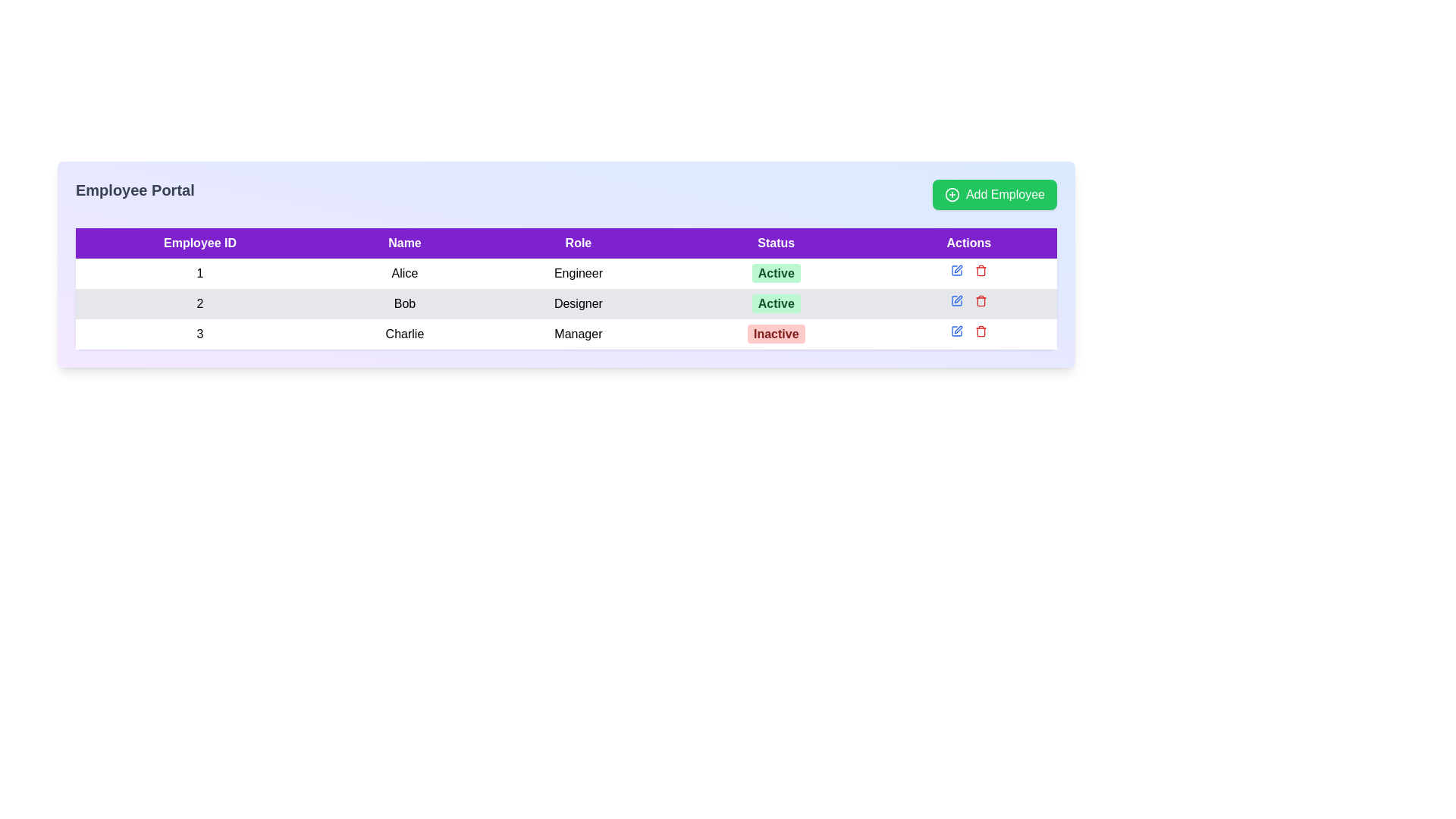 The width and height of the screenshot is (1456, 819). Describe the element at coordinates (578, 242) in the screenshot. I see `the static textual label displaying 'Role', which is styled with white text on a purple background and is centrally located in the header row of the table` at that location.